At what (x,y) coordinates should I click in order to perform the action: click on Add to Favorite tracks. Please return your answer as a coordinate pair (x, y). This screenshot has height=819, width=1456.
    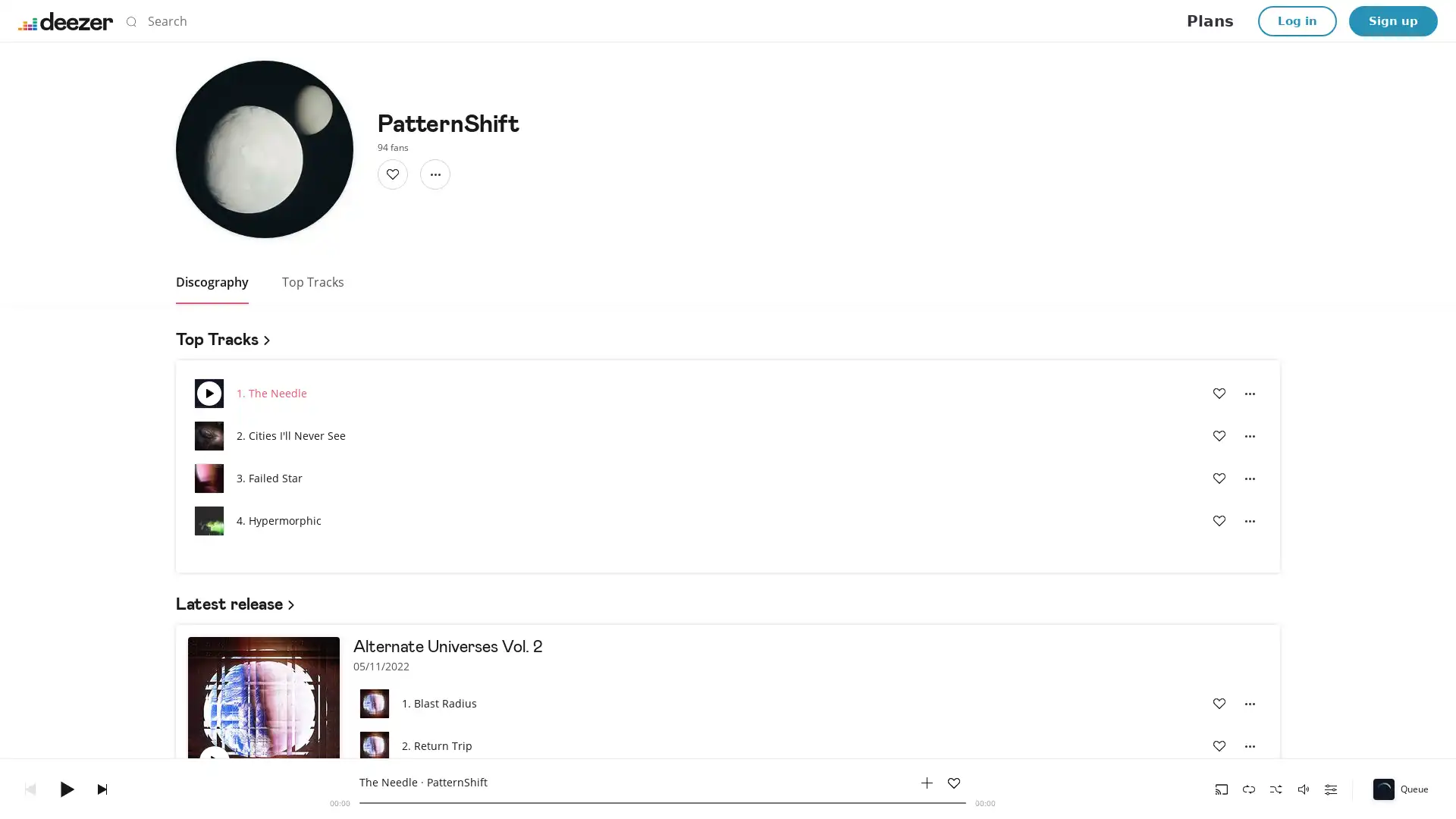
    Looking at the image, I should click on (1219, 479).